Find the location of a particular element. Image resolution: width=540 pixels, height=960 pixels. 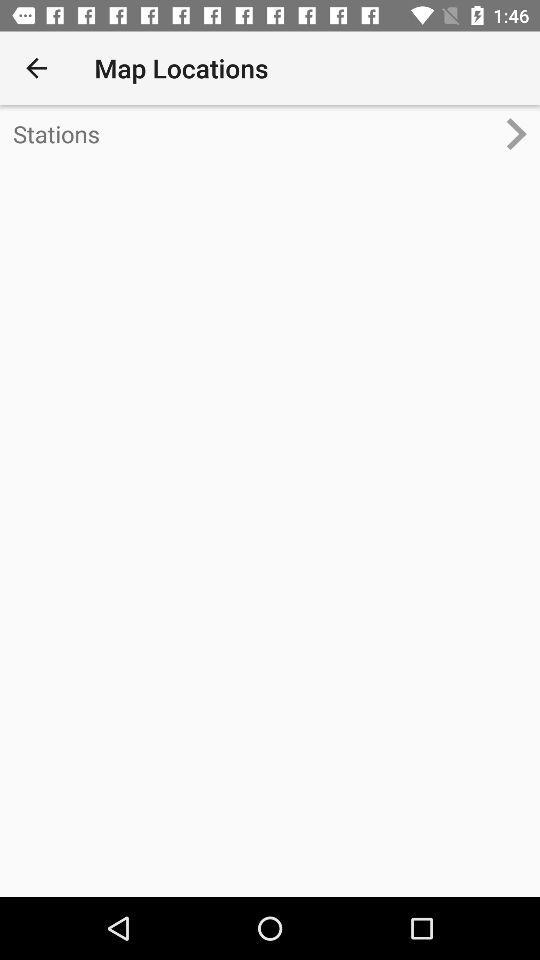

icon at the top left corner is located at coordinates (36, 68).